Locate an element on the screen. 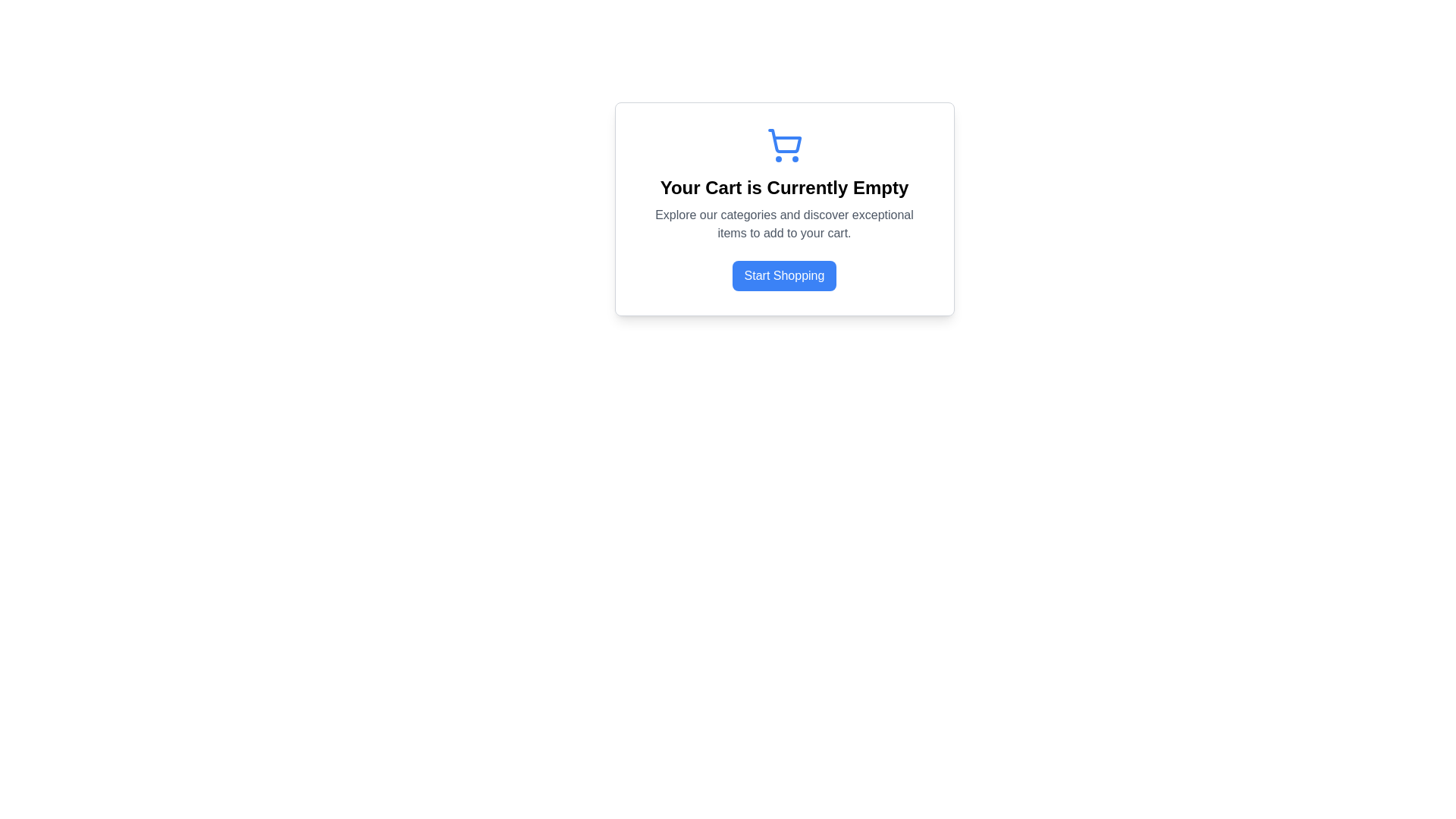 Image resolution: width=1456 pixels, height=819 pixels. the Shopping Cart Body icon, which represents the central rectangular part of the shopping cart icon indicating an empty cart state is located at coordinates (784, 141).